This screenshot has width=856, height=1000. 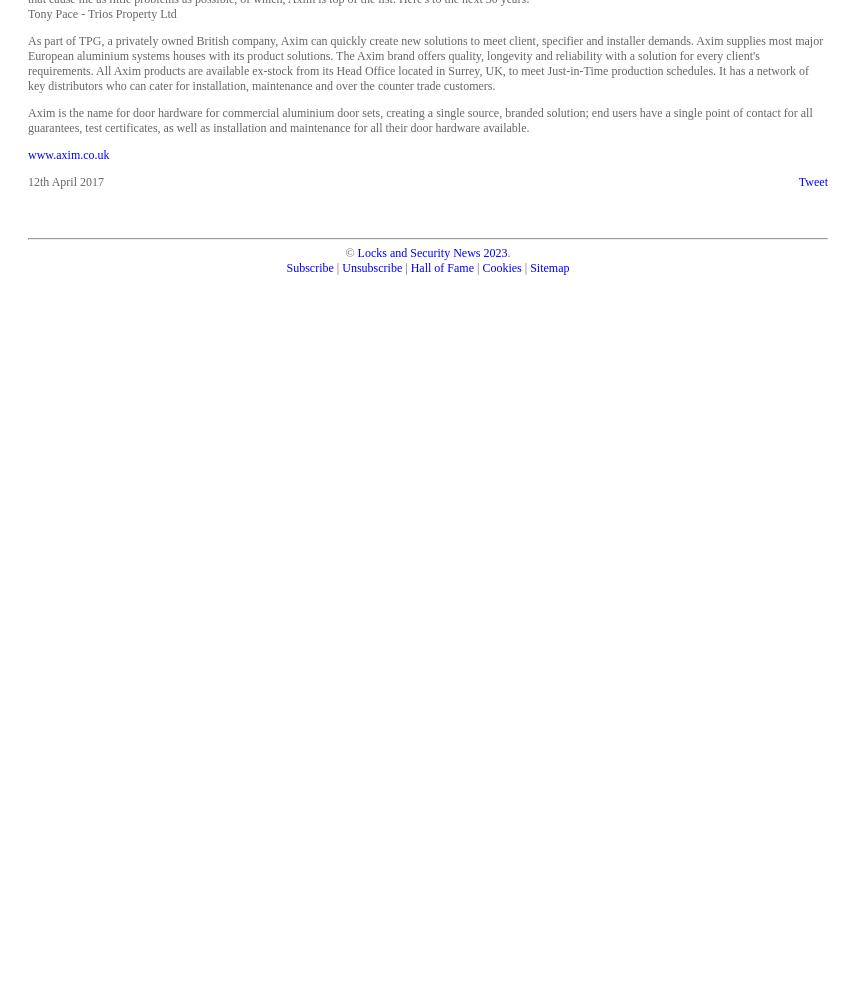 What do you see at coordinates (548, 268) in the screenshot?
I see `'Sitemap'` at bounding box center [548, 268].